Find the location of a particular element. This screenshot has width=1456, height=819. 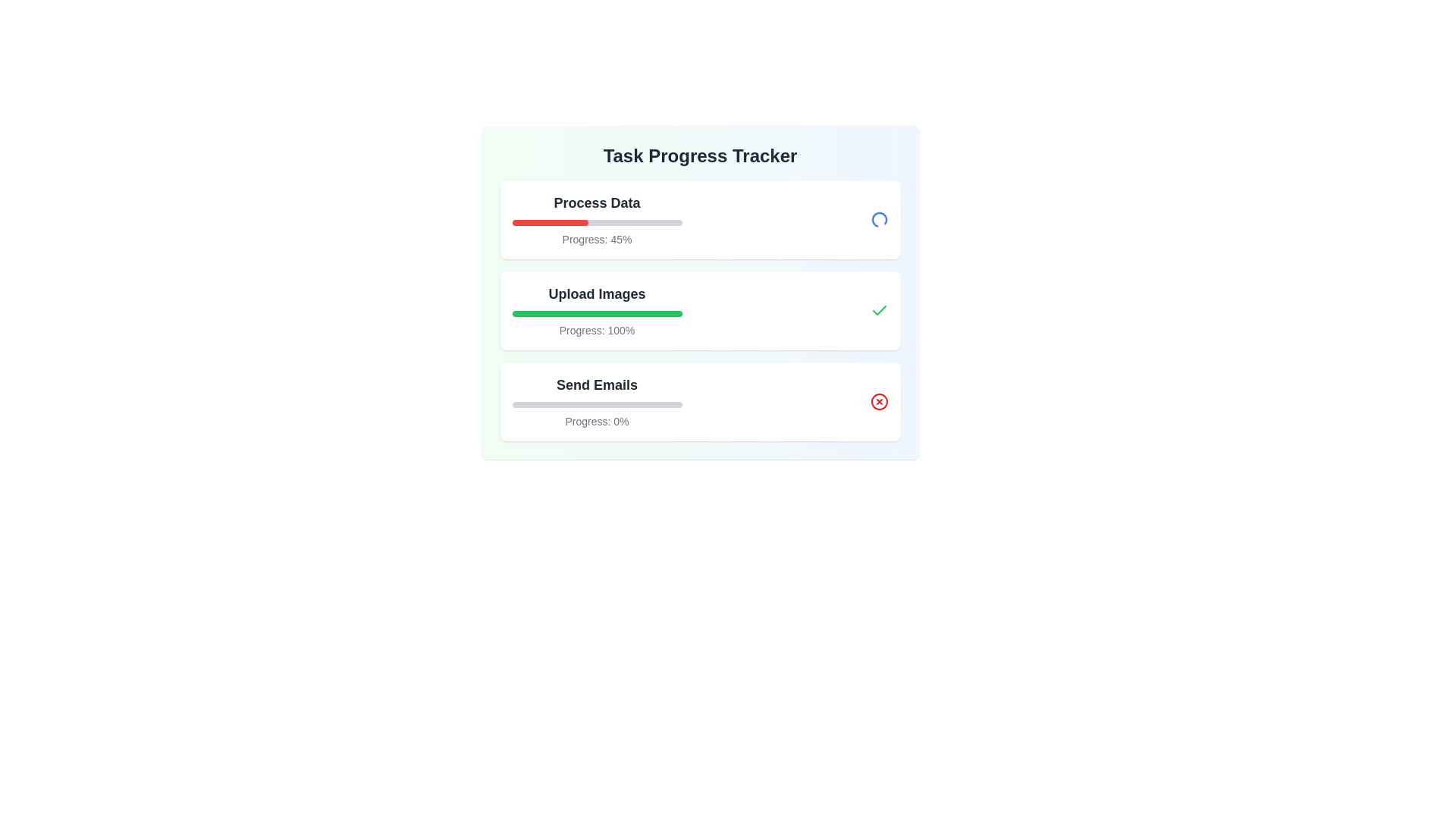

the horizontal progress bar styled with a green fill indicating completion, located below the header 'Upload Images' and above the status text 'Progress: 100%' is located at coordinates (596, 312).